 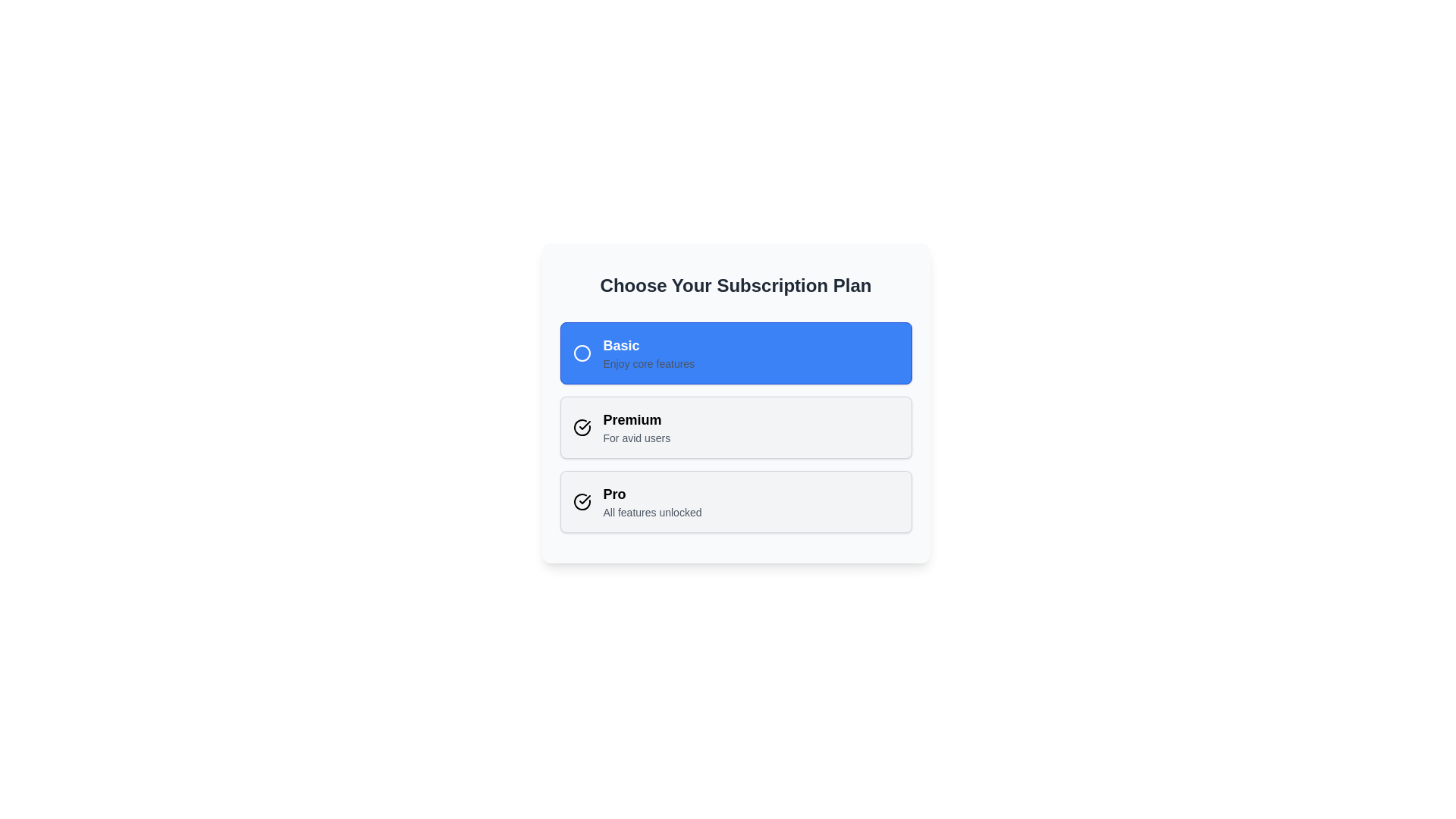 What do you see at coordinates (636, 427) in the screenshot?
I see `the text block displaying the name and description of the 'Premium' subscription plan option, located in the second option card of the subscription plan interface` at bounding box center [636, 427].